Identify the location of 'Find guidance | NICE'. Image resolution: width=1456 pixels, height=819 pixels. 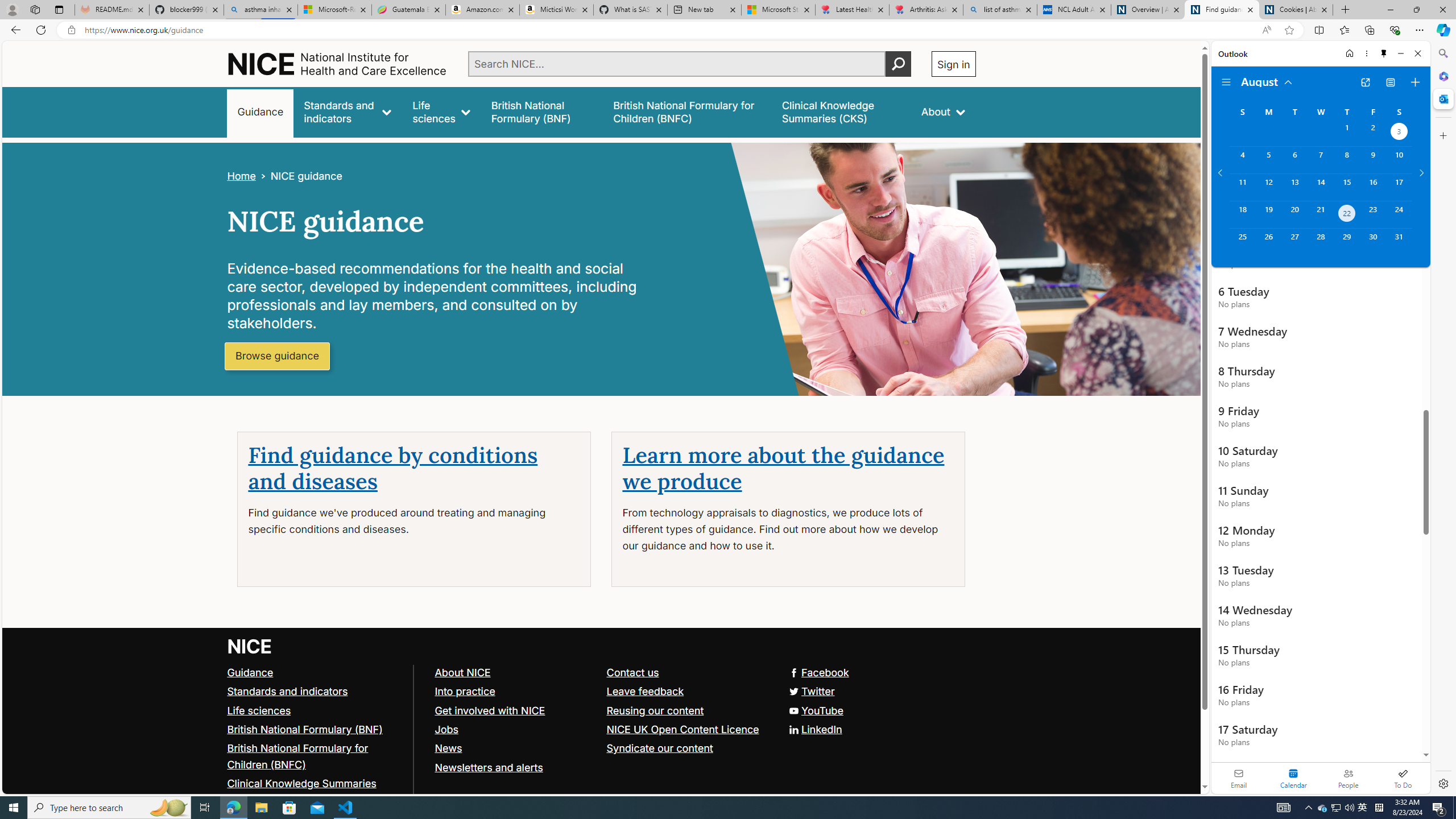
(1222, 9).